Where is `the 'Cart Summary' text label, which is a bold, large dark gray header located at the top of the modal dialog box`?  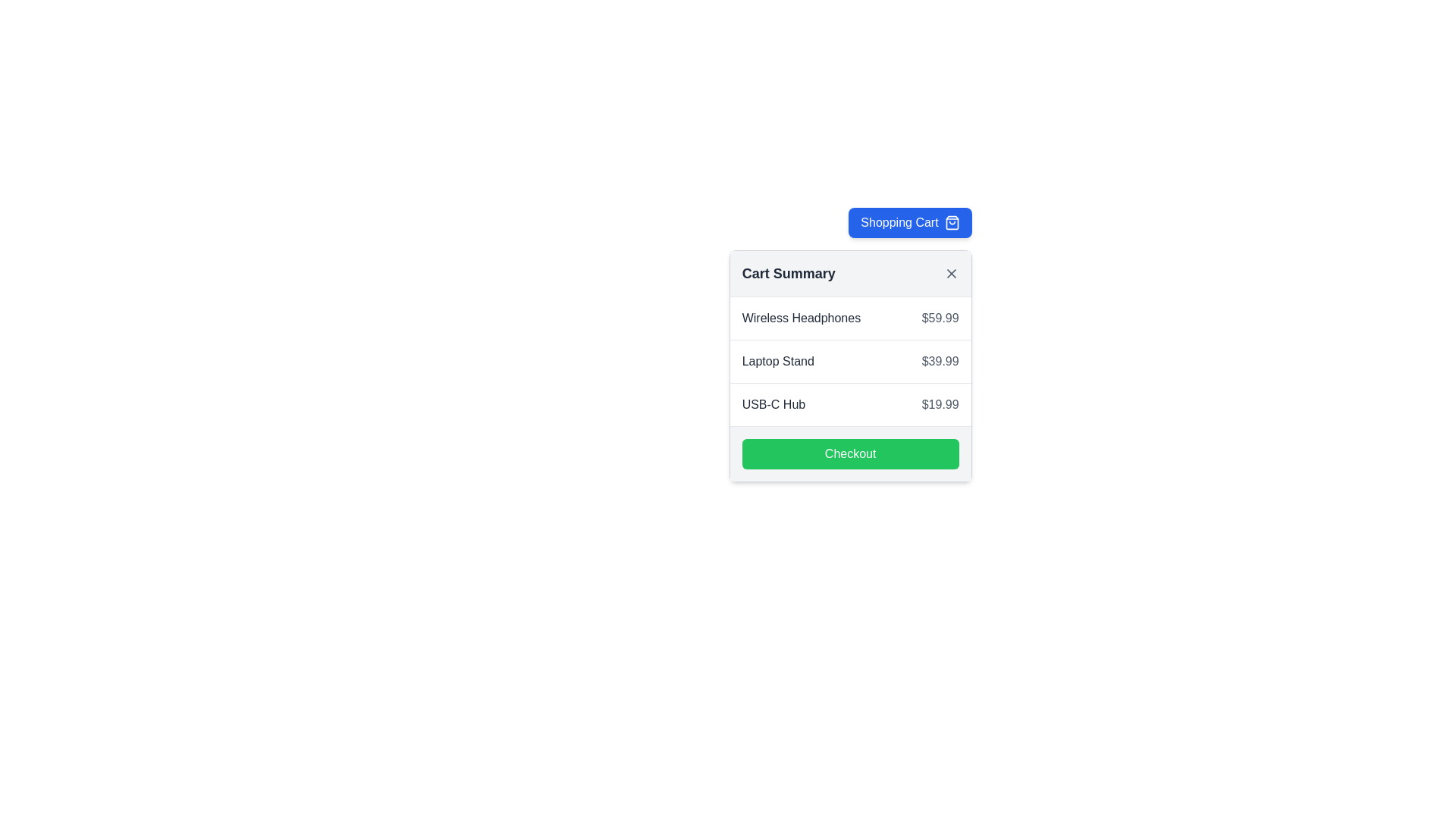 the 'Cart Summary' text label, which is a bold, large dark gray header located at the top of the modal dialog box is located at coordinates (789, 274).